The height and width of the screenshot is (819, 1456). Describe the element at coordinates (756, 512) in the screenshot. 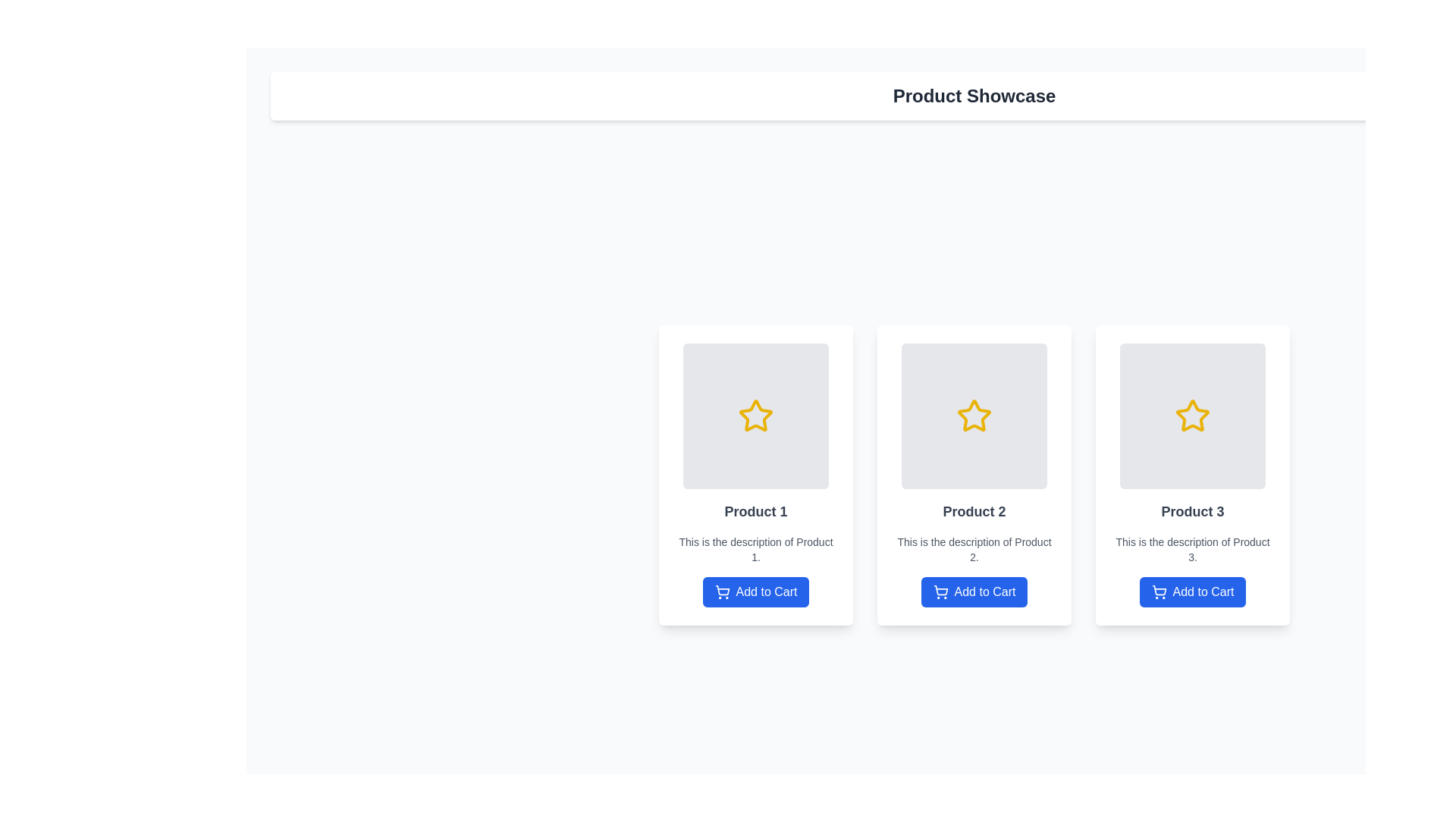

I see `the Static Text Label reading 'Product 1', which is centrally located within the first card of a set of three cards, styled with a larger font and bold gray color` at that location.